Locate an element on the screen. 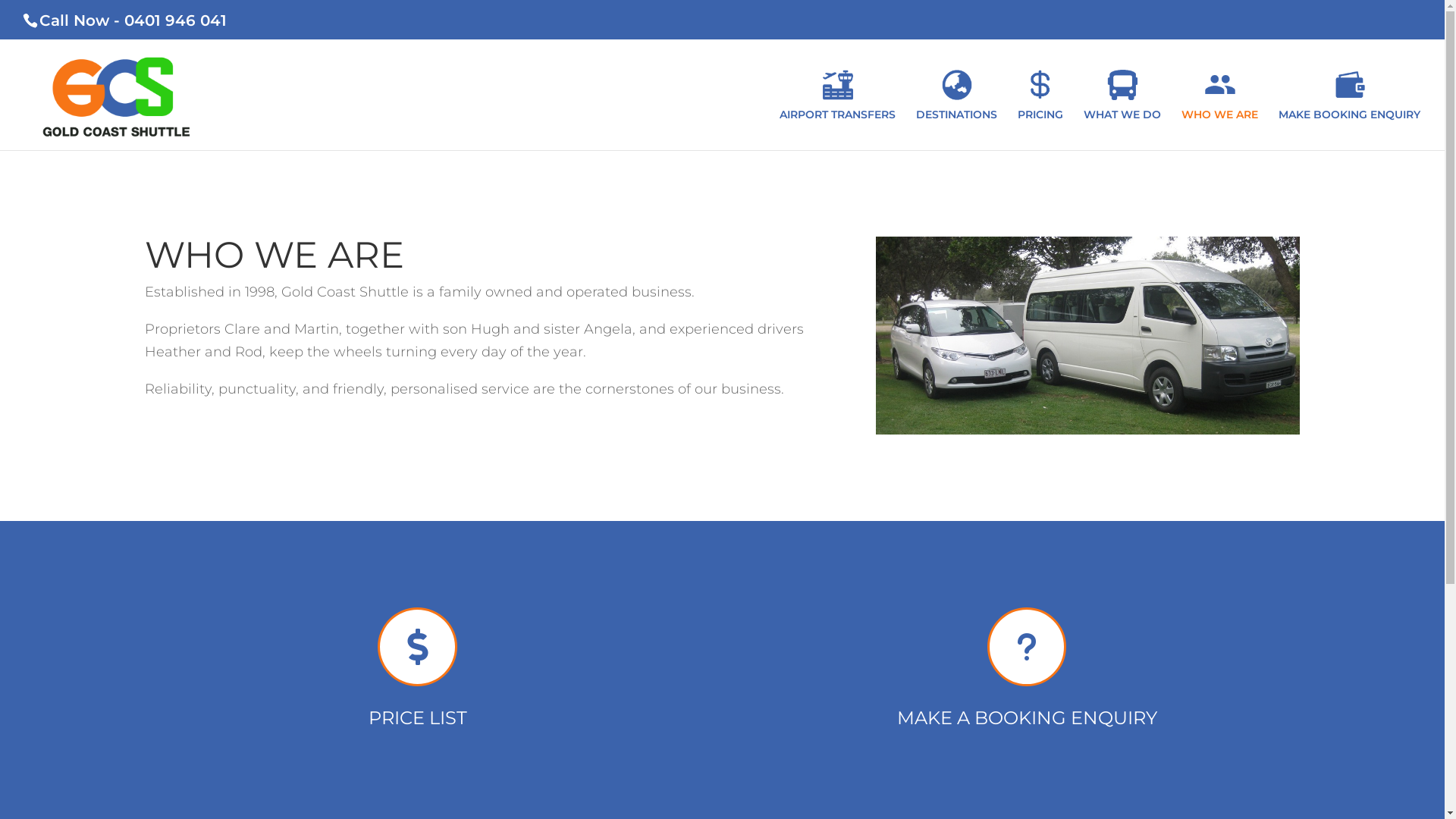 The width and height of the screenshot is (1456, 819). 'DESTINATIONS' is located at coordinates (915, 109).